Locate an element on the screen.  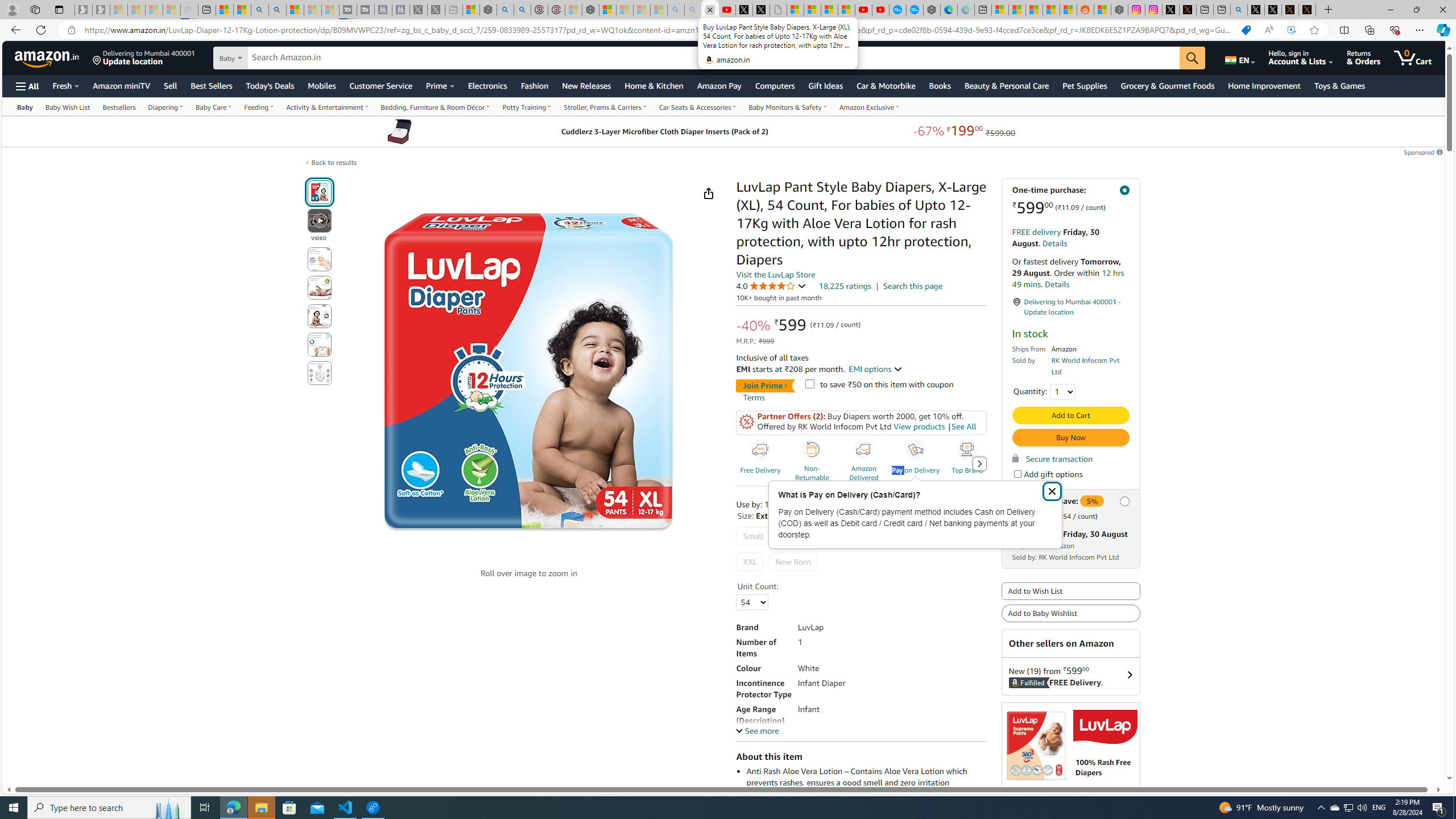
'Gloom - YouTube' is located at coordinates (863, 9).